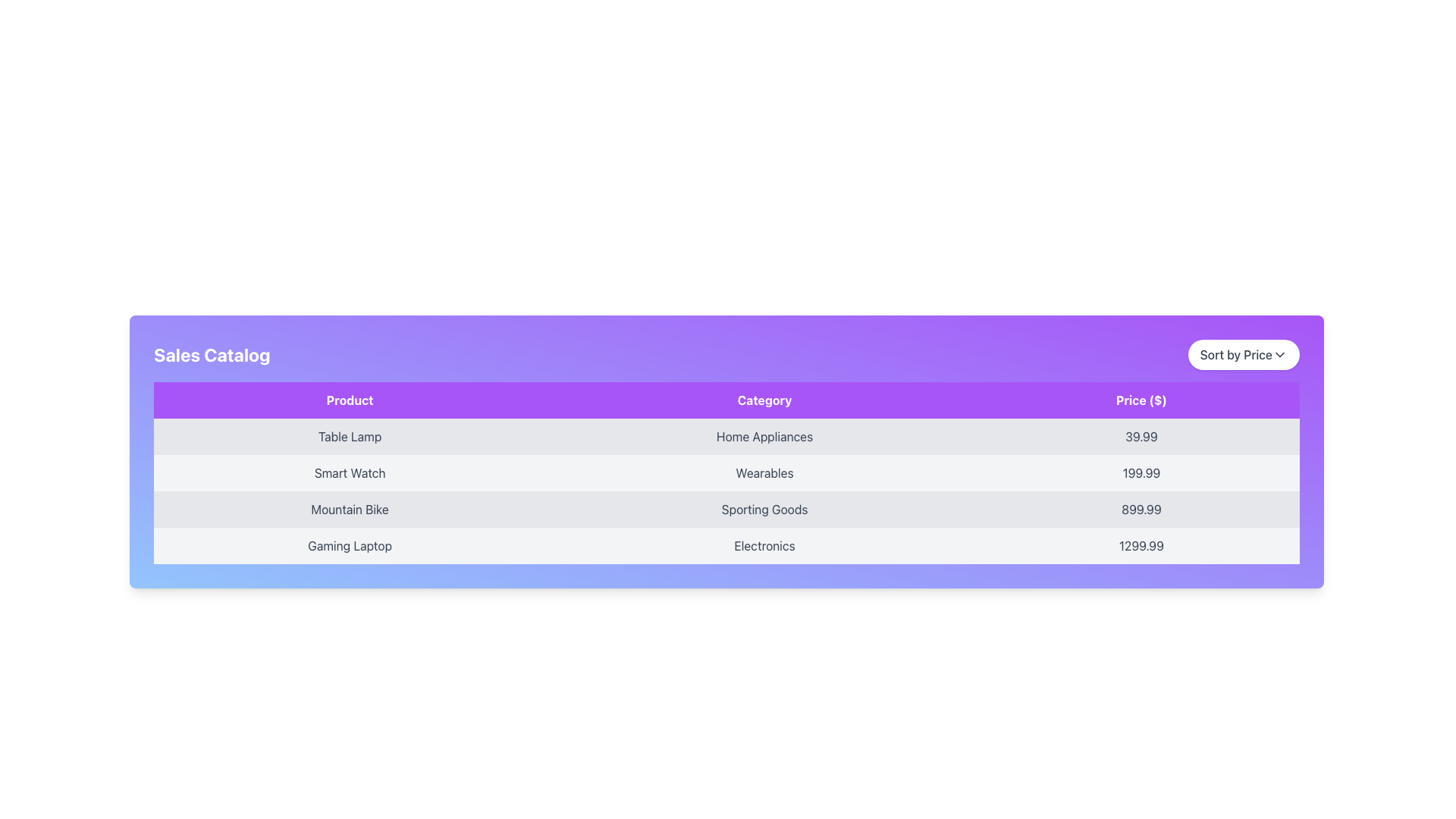 The height and width of the screenshot is (819, 1456). I want to click on the Text label displaying the price of an item in the third row of the table under the 'Price ($)' column, adjacent to the 'Sporting Goods' cell, so click(1141, 509).